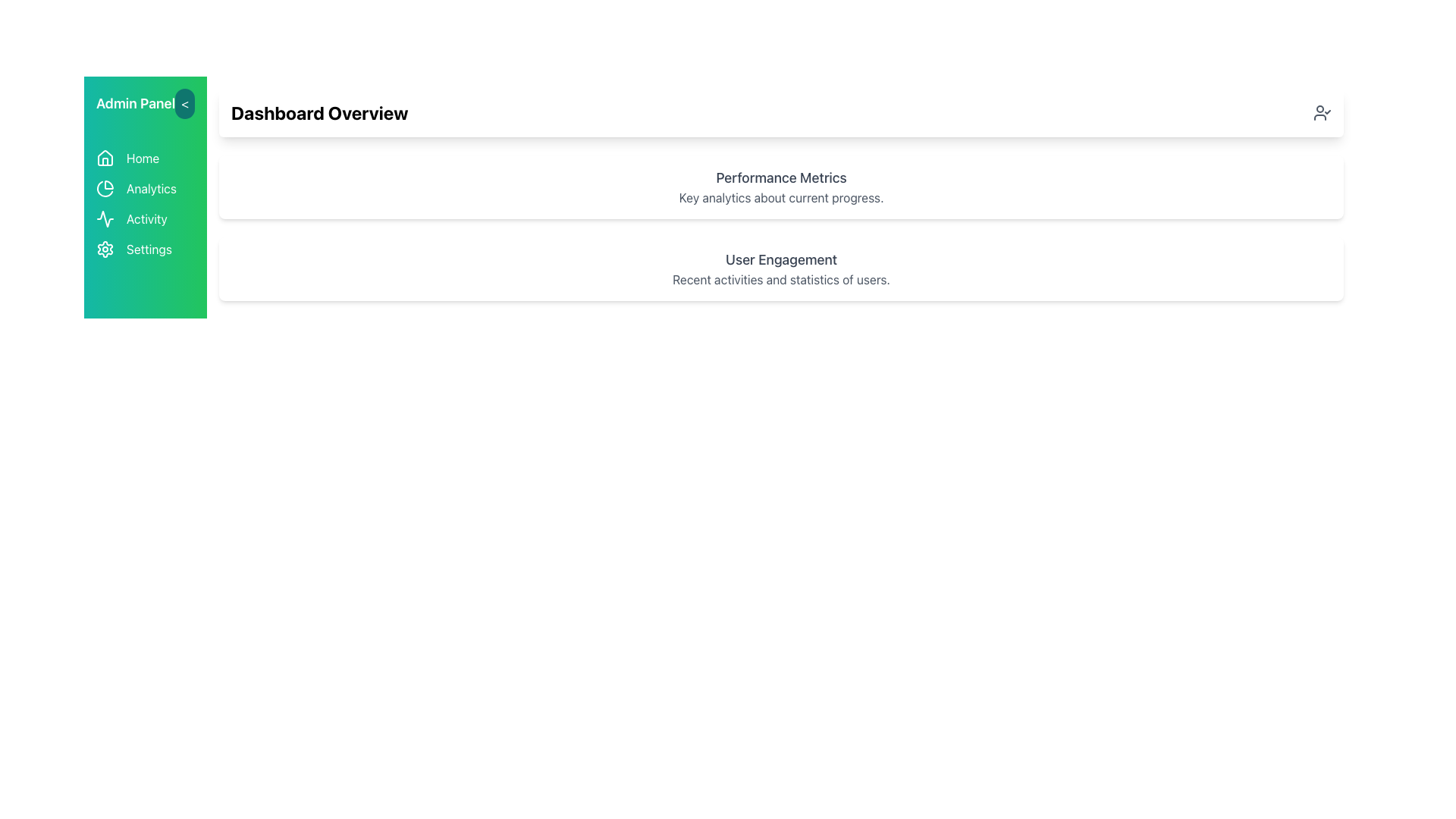 This screenshot has width=1456, height=819. I want to click on the text block that reads 'Key analytics about current progress.' positioned below the header 'Performance Metrics.', so click(781, 197).